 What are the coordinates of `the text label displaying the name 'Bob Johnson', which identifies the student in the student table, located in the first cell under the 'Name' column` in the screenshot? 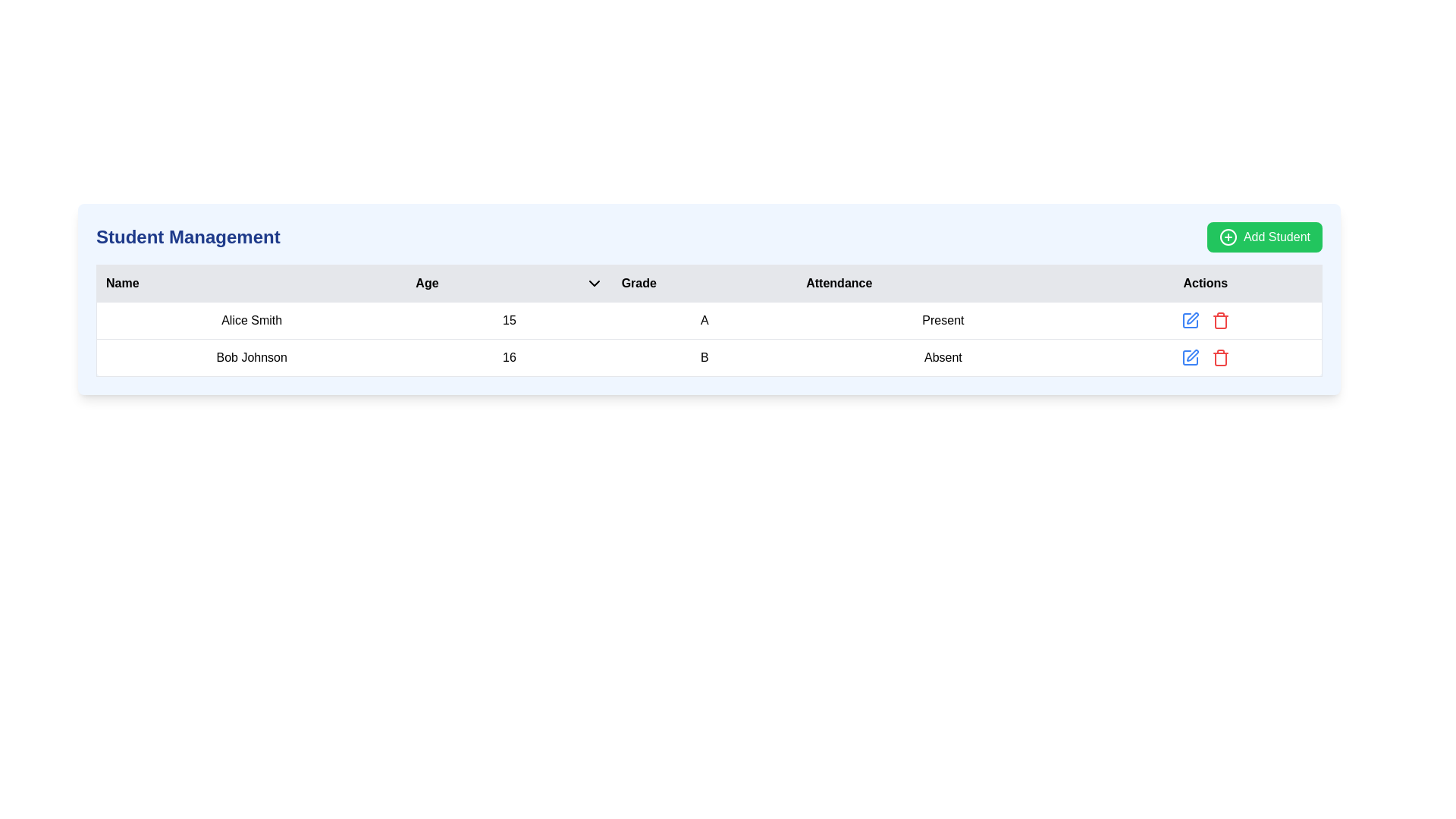 It's located at (251, 357).